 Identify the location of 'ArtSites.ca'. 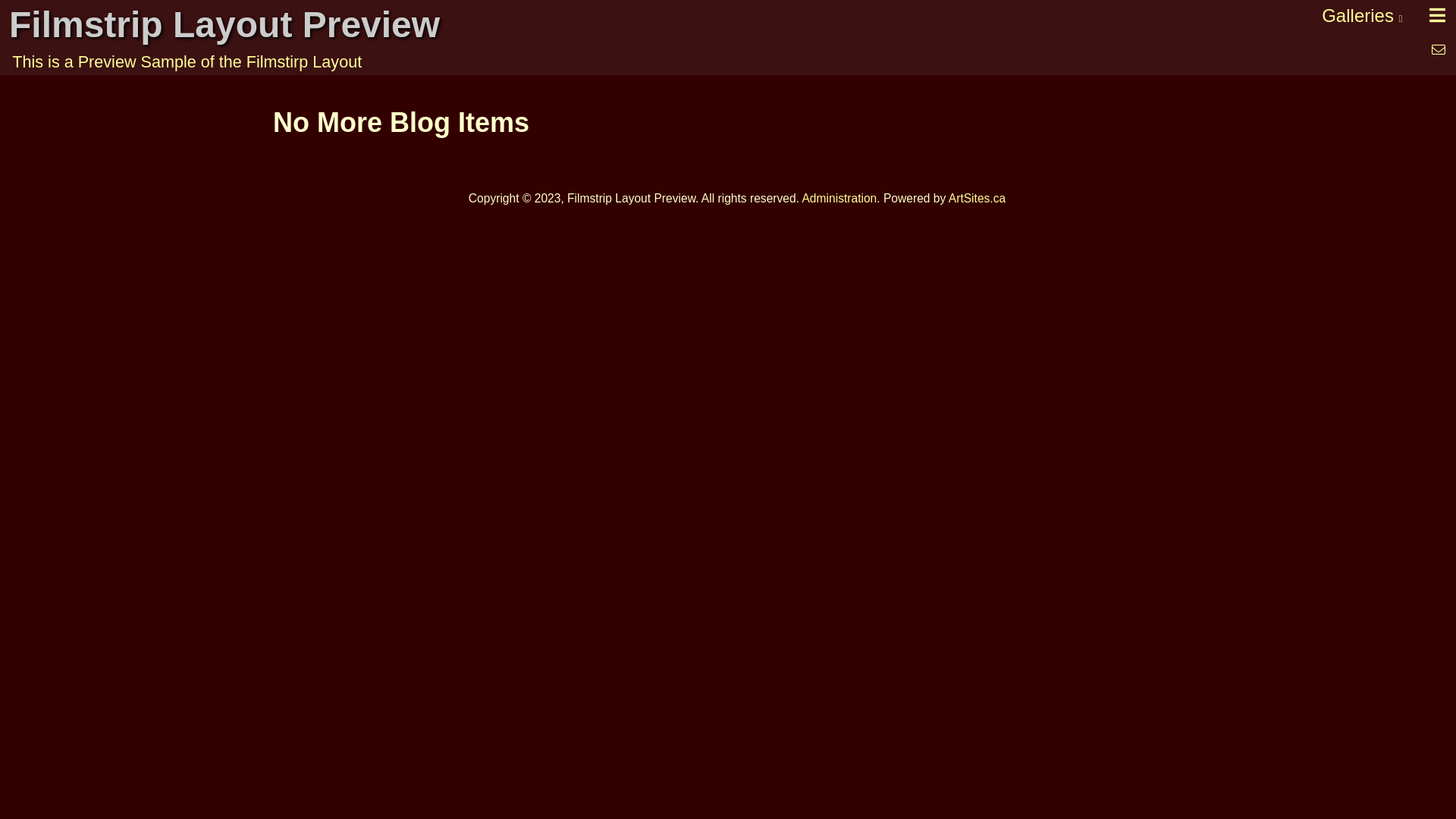
(948, 197).